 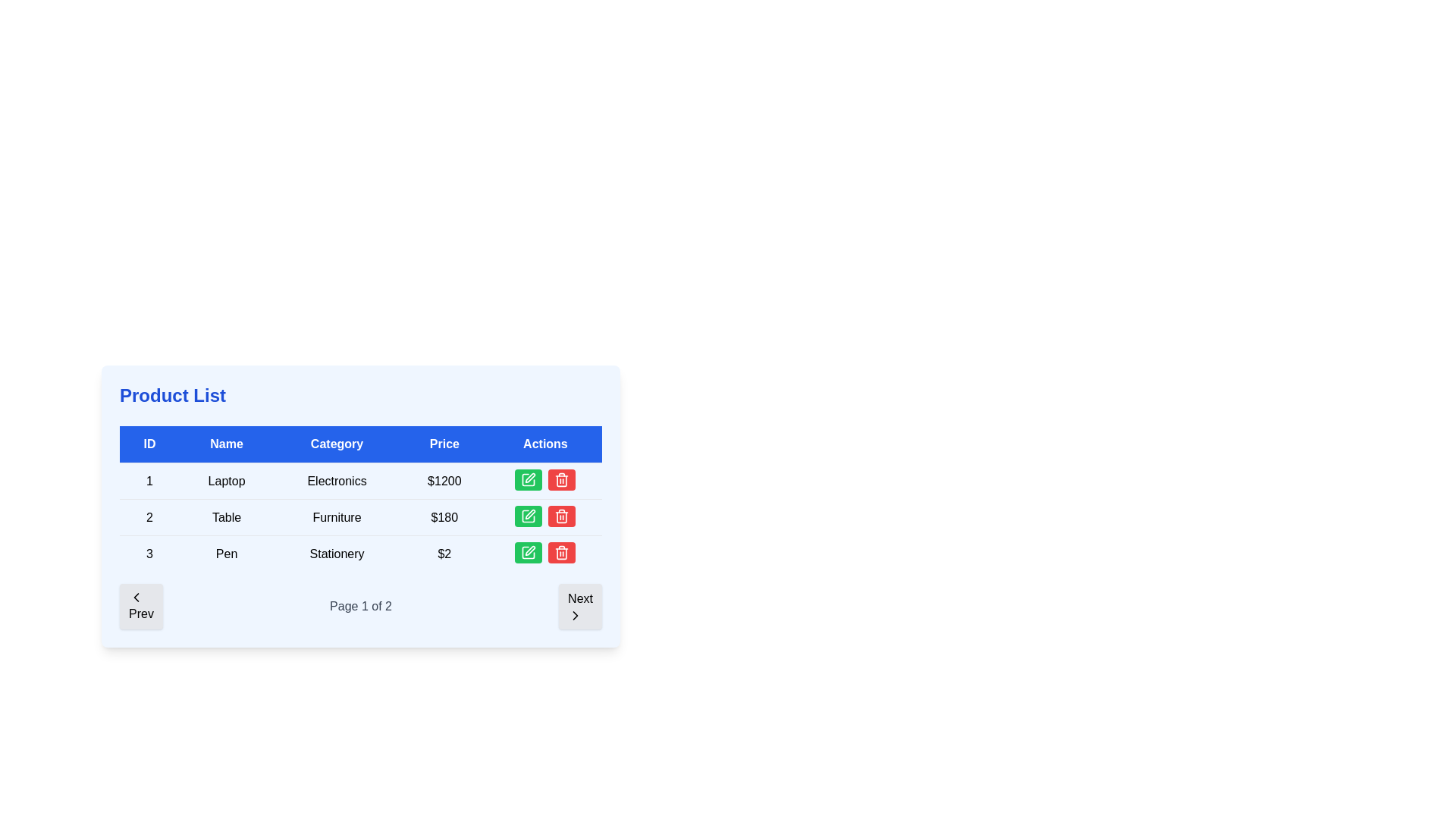 I want to click on the text label displaying the product name 'Pen' located in the third row of the product list table under the 'Name' column, so click(x=226, y=554).